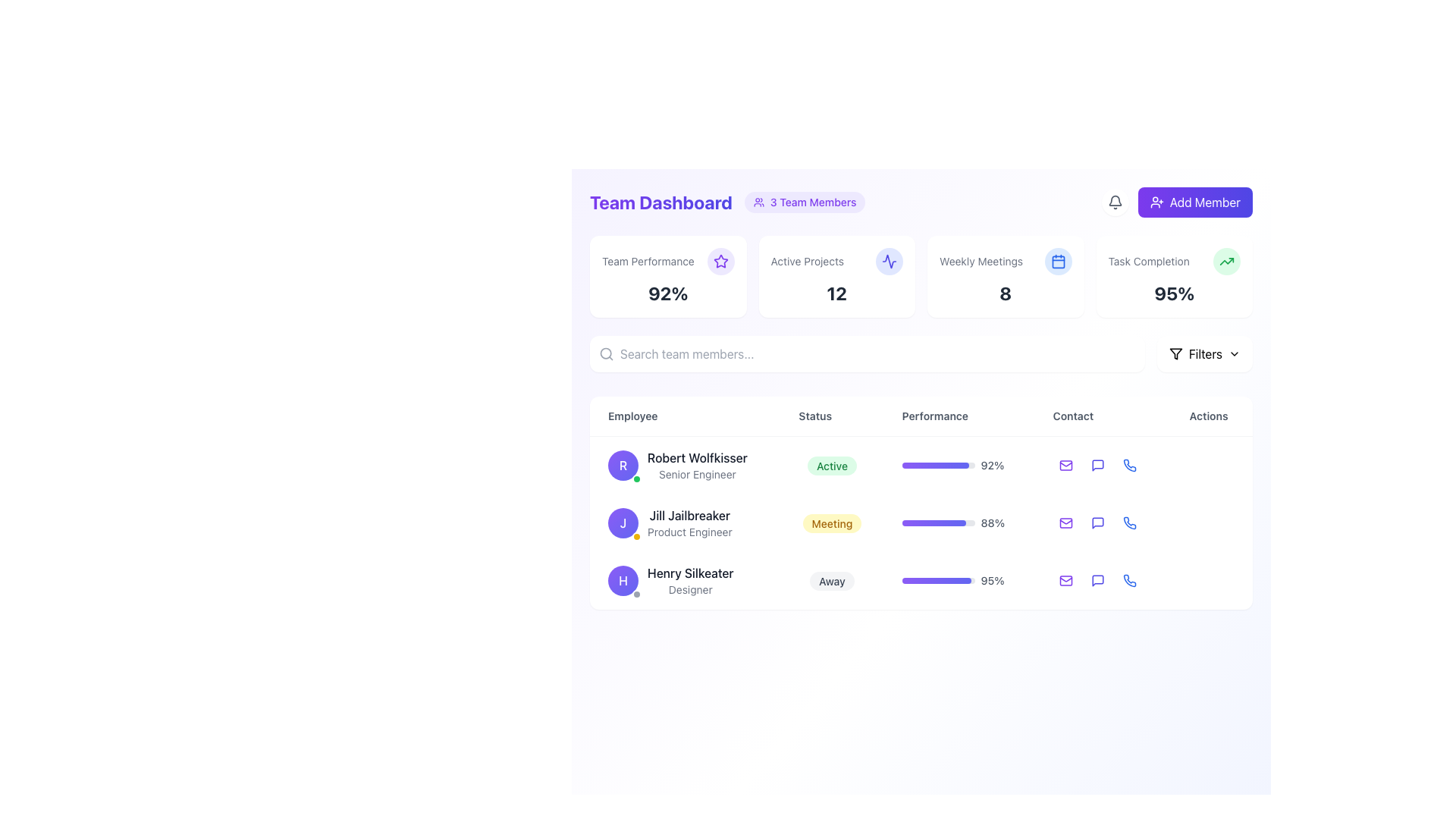  I want to click on the phone call icon in the 'Contact' column of the table for 'Henry Silkeater', the designer, so click(1129, 464).